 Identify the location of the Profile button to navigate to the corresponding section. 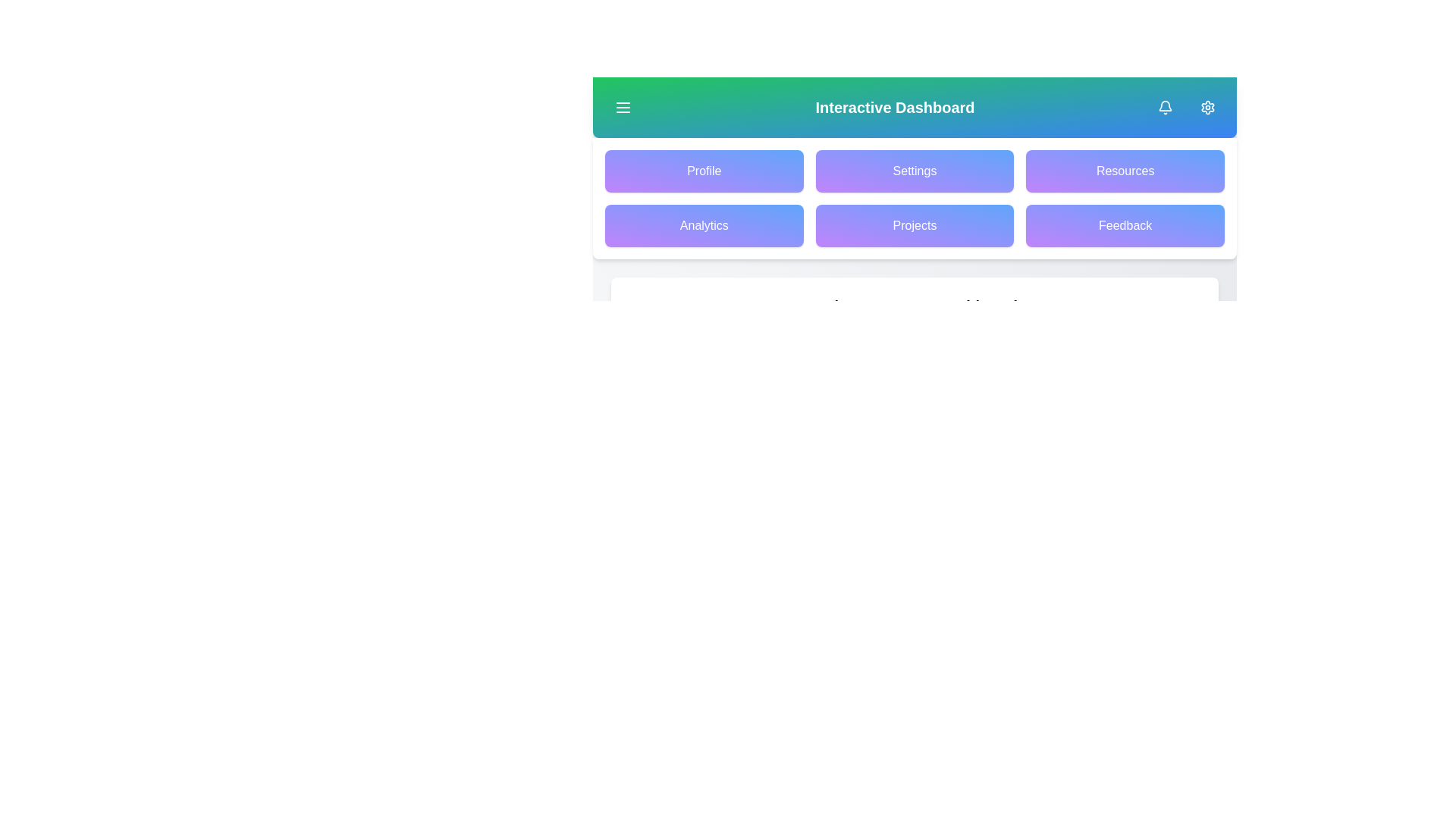
(702, 171).